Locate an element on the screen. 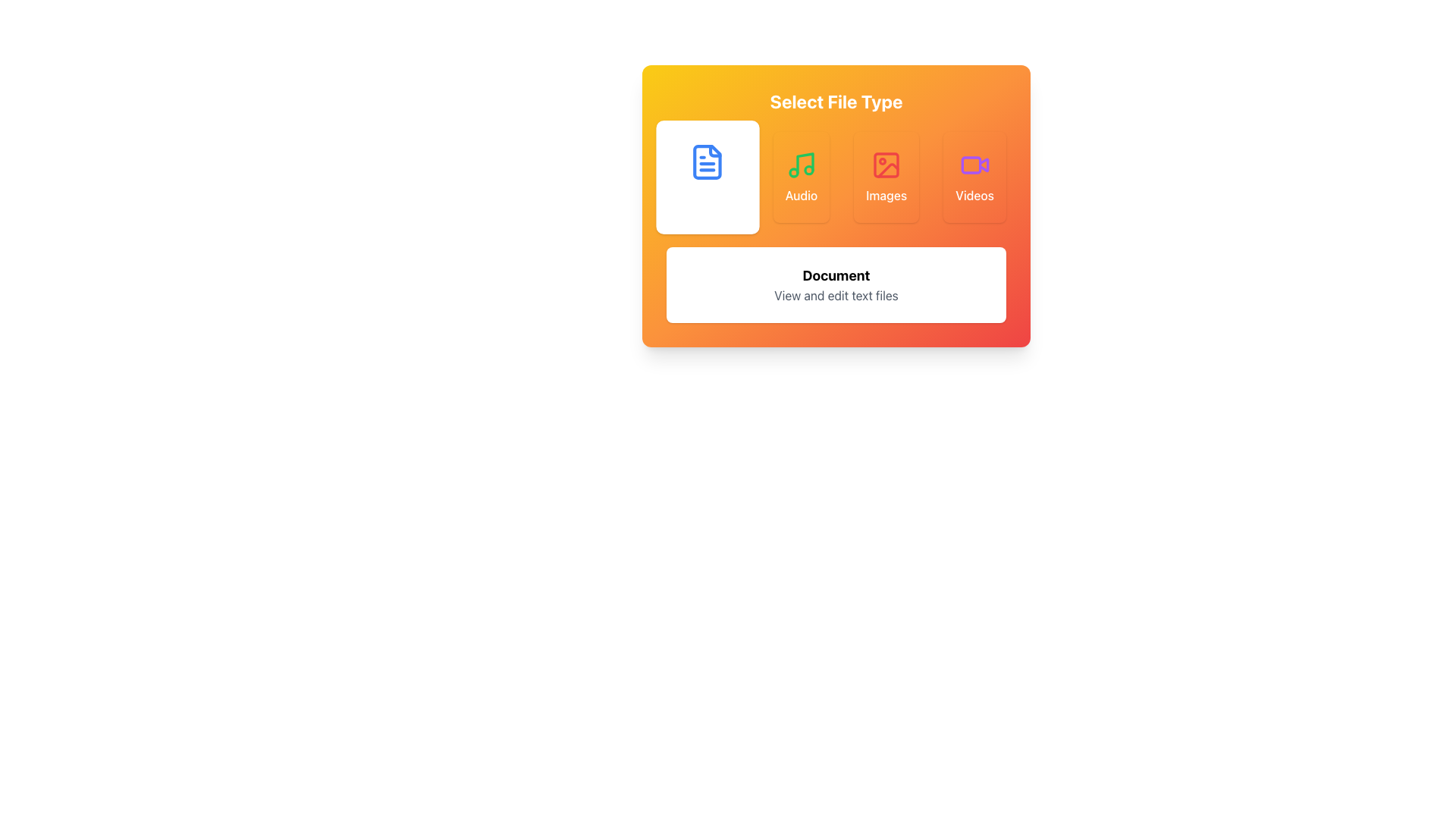 This screenshot has width=1456, height=819. the Interactive Button labeled 'Audio' which has a green music note icon, located to the right of the 'Document' button and to the left of the 'Images' button is located at coordinates (800, 177).